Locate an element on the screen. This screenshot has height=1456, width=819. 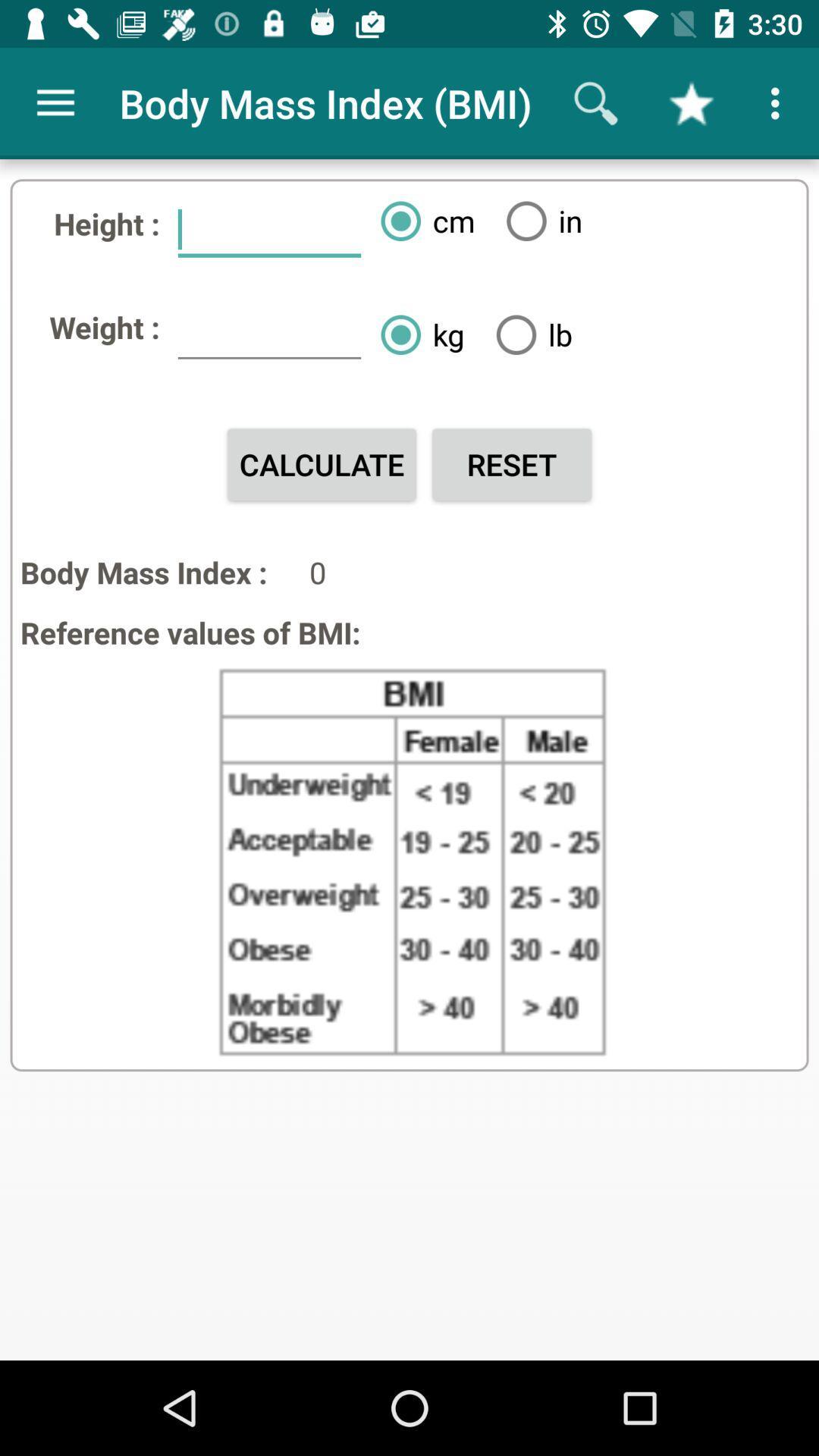
the item to the left of the kg icon is located at coordinates (268, 333).